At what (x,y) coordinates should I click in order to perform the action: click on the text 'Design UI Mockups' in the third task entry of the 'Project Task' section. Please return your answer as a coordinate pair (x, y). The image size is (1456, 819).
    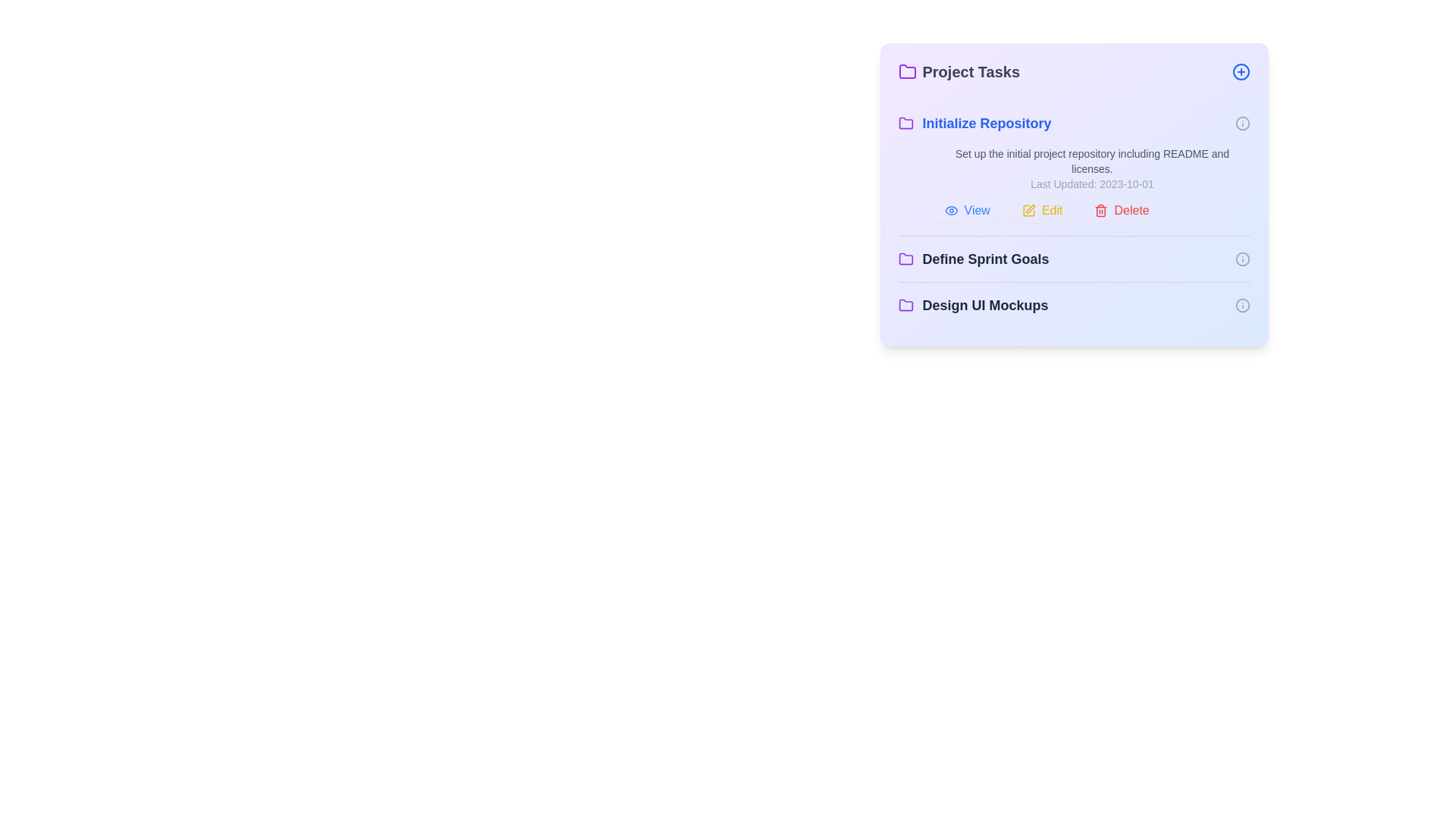
    Looking at the image, I should click on (973, 305).